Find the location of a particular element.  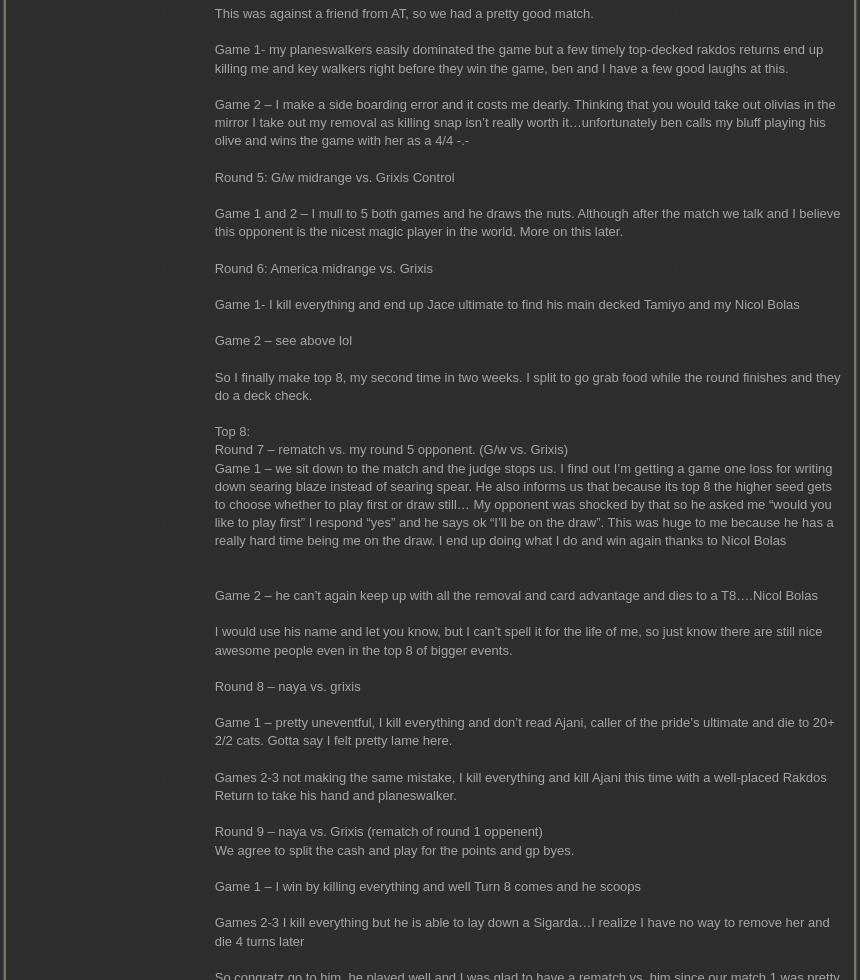

'Game 1- I kill everything and end up Jace ultimate to find his main decked Tamiyo and my Nicol Bolas' is located at coordinates (505, 303).